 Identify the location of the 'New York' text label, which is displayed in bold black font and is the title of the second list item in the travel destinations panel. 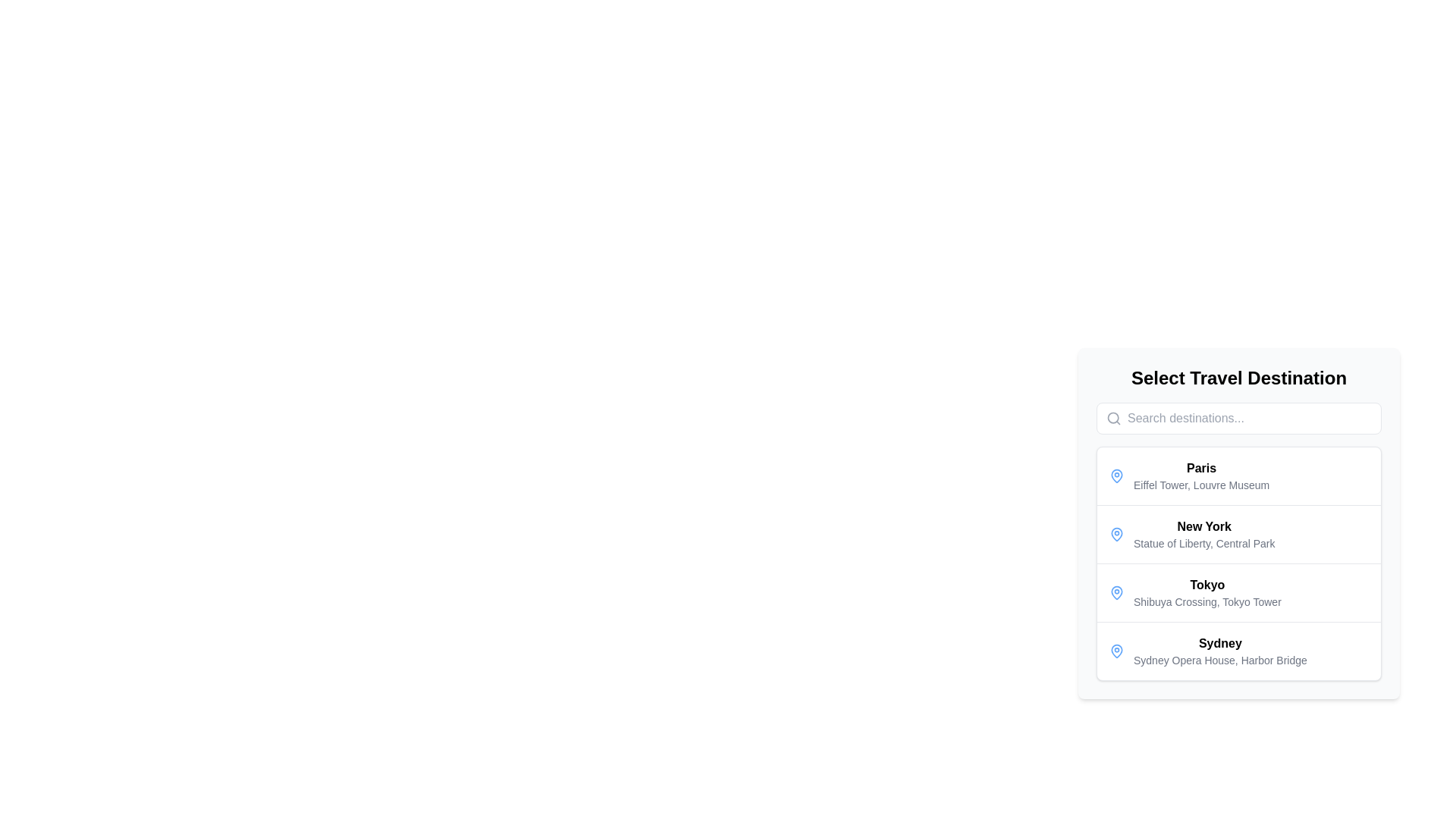
(1203, 526).